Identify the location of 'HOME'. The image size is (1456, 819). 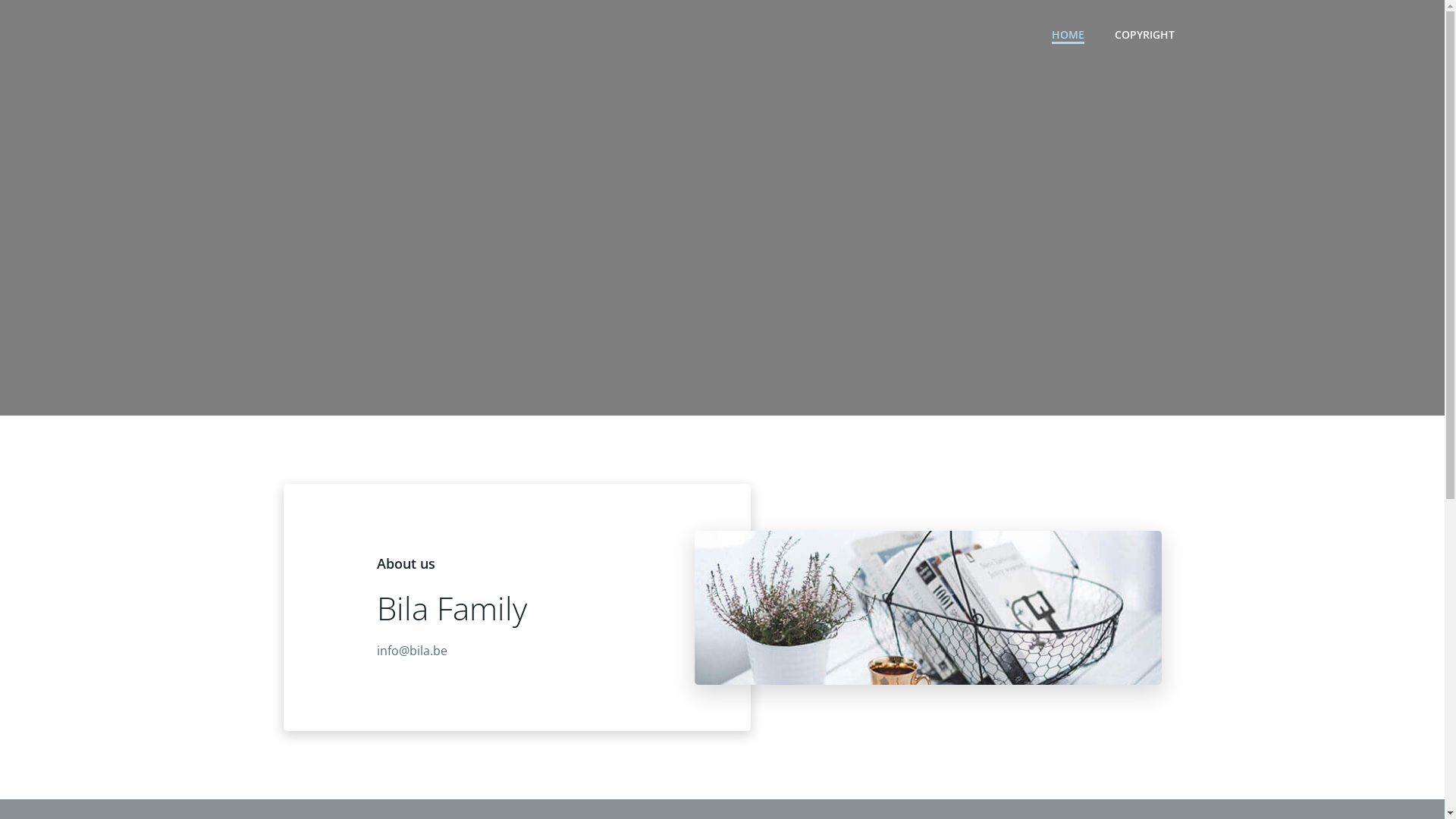
(1066, 33).